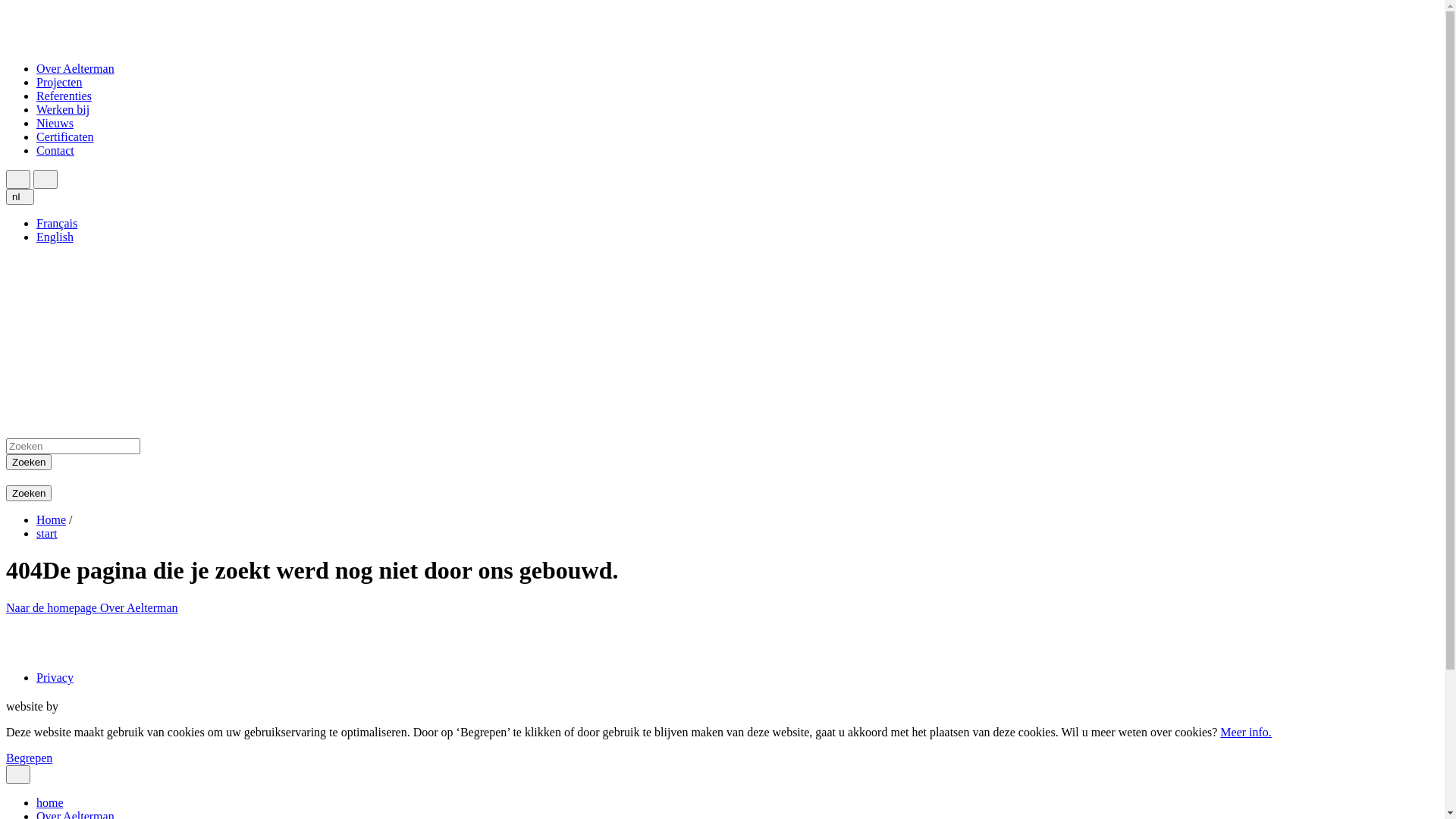 The height and width of the screenshot is (819, 1456). Describe the element at coordinates (55, 237) in the screenshot. I see `'English'` at that location.